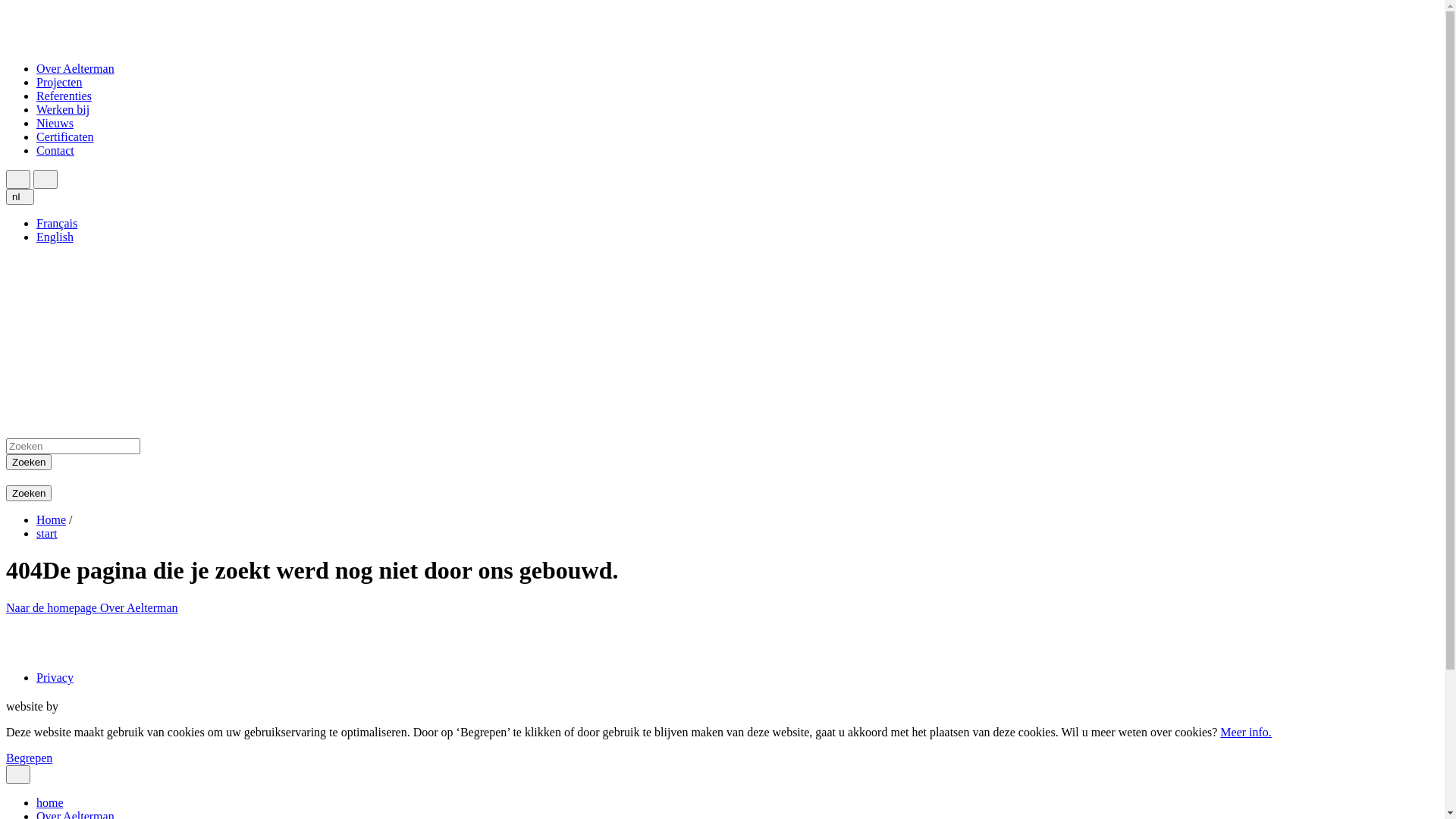 The height and width of the screenshot is (819, 1456). Describe the element at coordinates (55, 237) in the screenshot. I see `'English'` at that location.